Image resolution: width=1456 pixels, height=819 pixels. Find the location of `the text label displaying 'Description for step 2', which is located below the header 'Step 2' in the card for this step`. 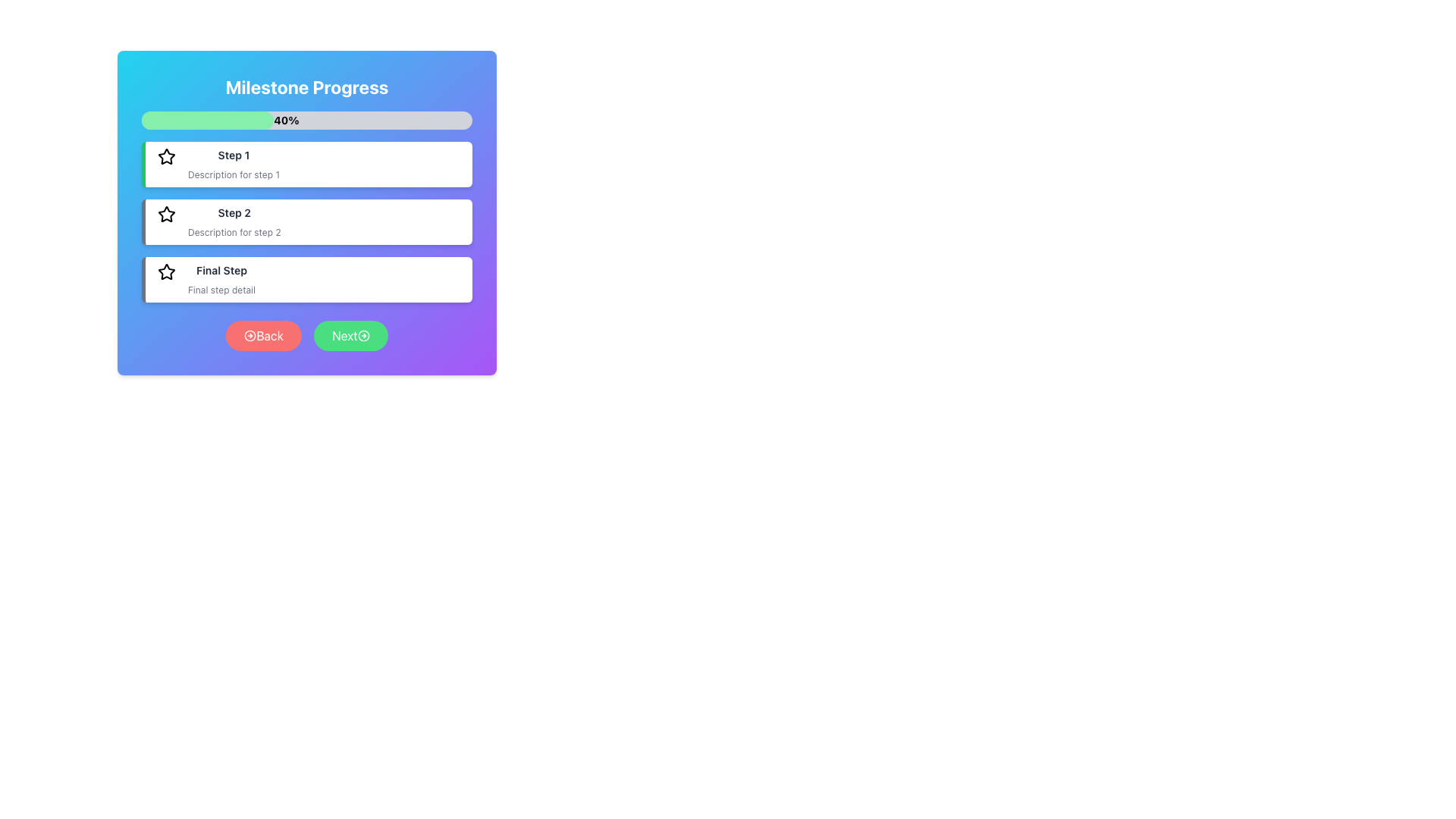

the text label displaying 'Description for step 2', which is located below the header 'Step 2' in the card for this step is located at coordinates (234, 233).